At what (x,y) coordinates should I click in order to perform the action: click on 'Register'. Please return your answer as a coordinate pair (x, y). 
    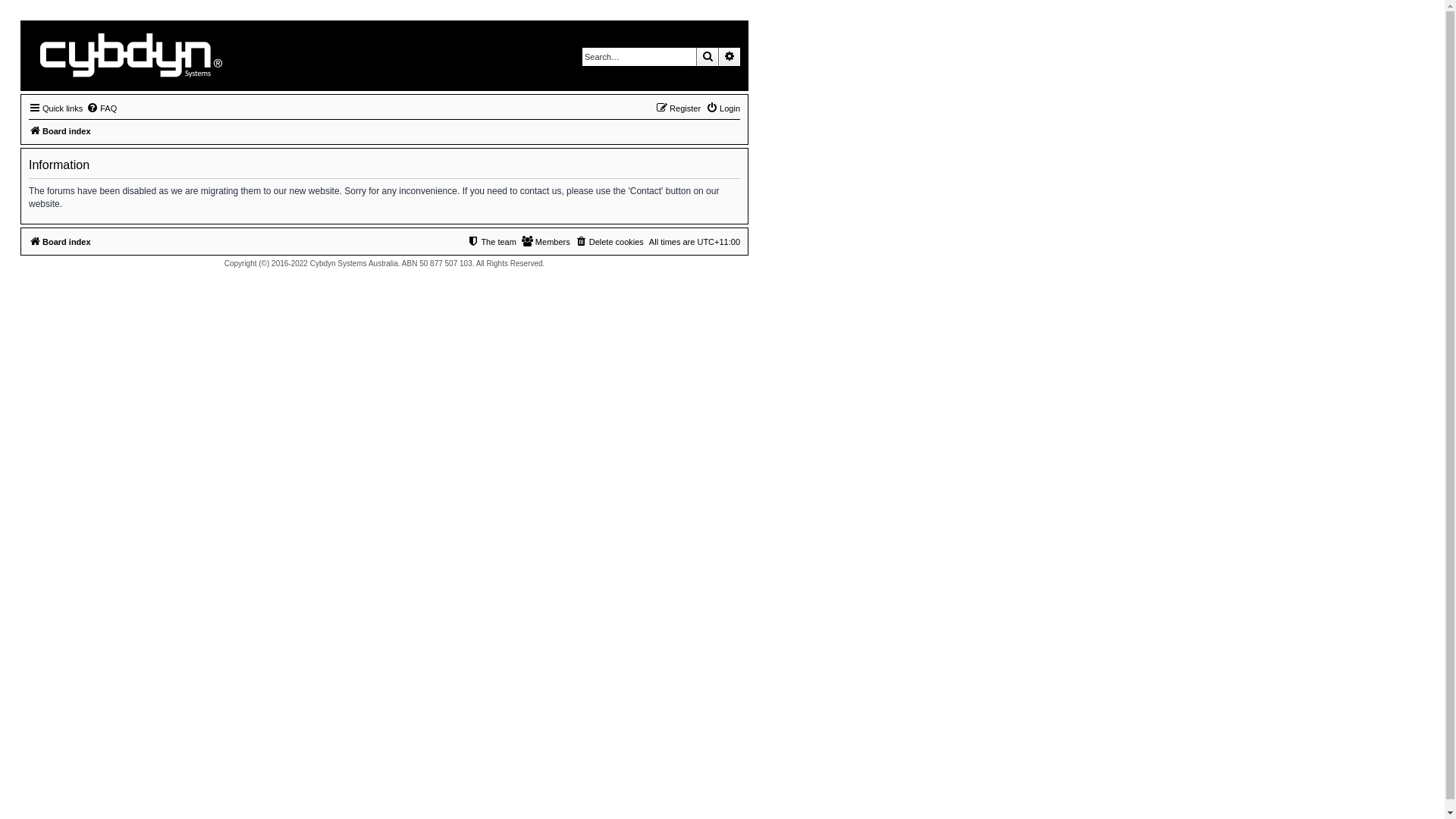
    Looking at the image, I should click on (677, 107).